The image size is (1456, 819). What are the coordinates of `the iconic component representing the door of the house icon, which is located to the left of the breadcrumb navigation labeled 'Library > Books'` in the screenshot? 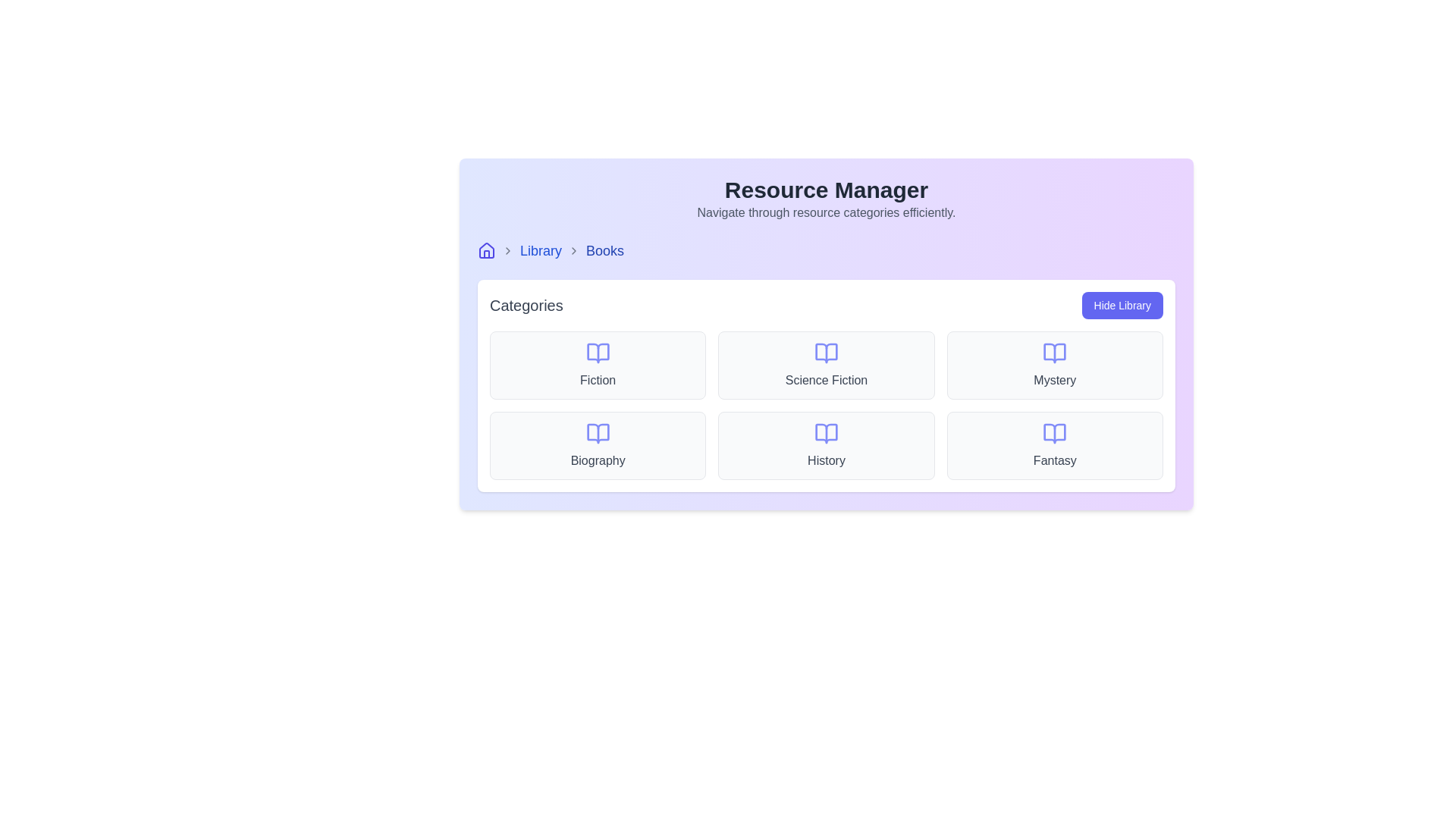 It's located at (487, 253).